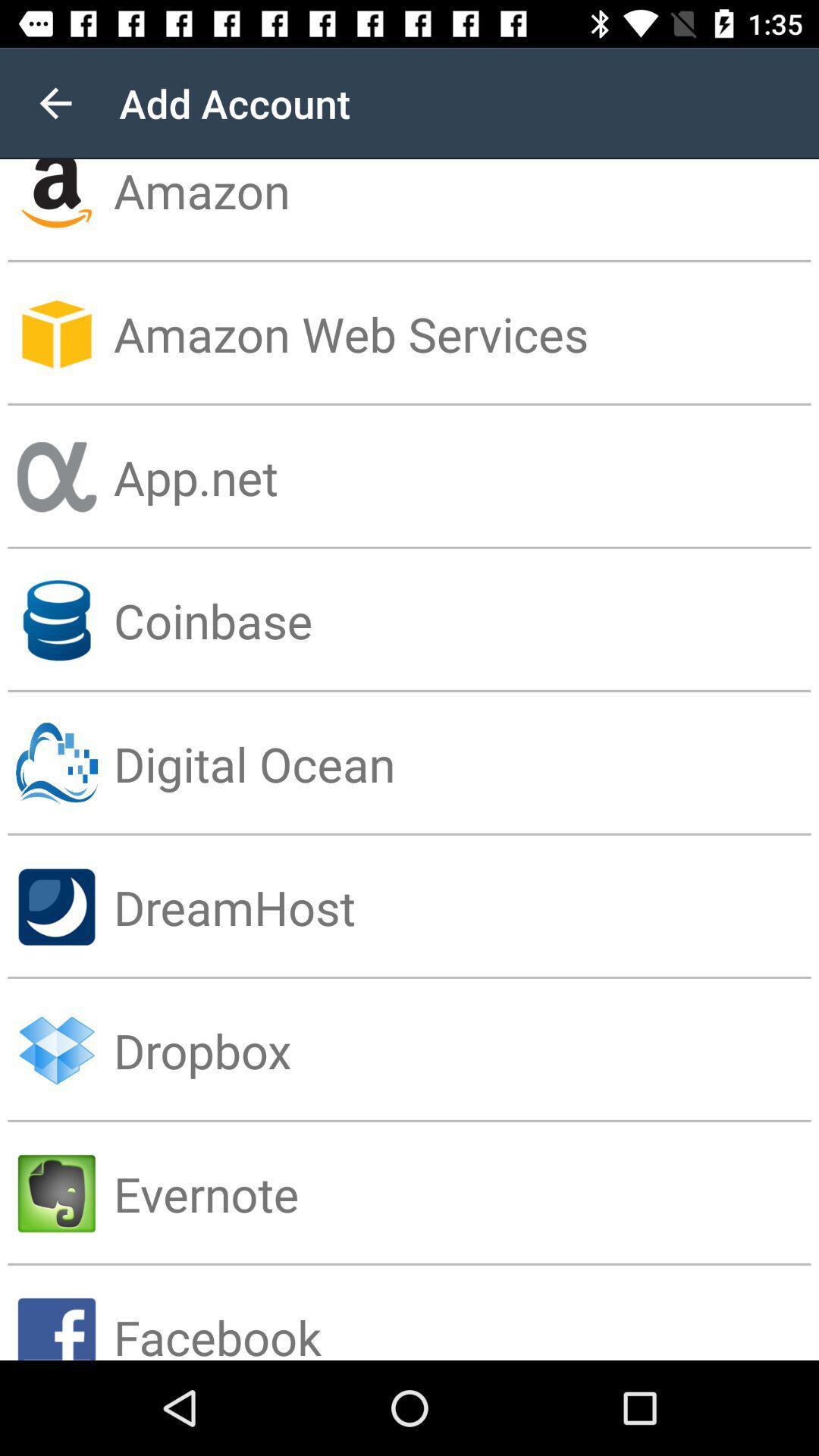  Describe the element at coordinates (465, 907) in the screenshot. I see `dreamhost` at that location.